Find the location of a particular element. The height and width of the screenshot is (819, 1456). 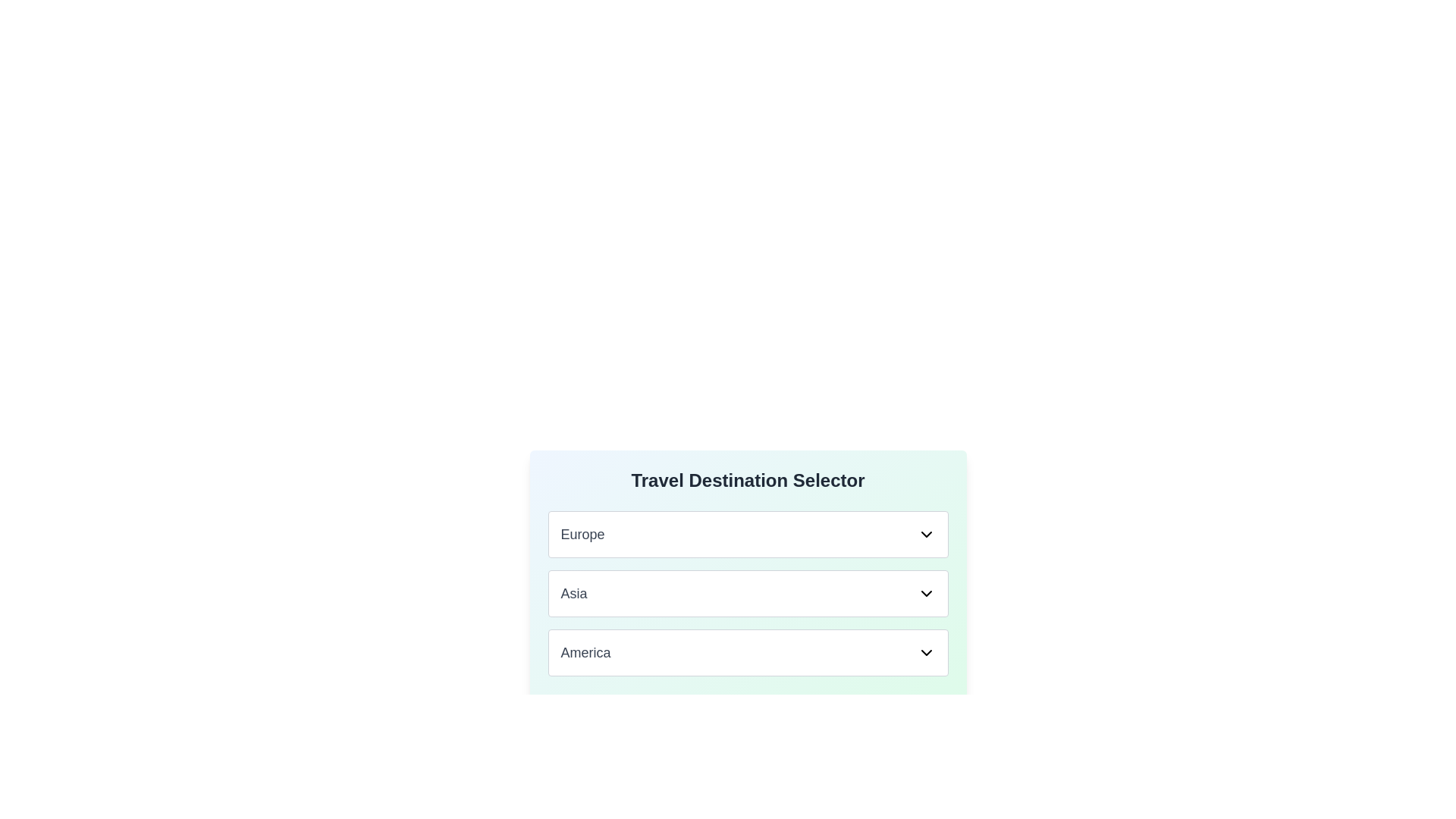

the text label or header that serves as the title for selecting a travel destination, positioned centrally at the top of the card-like section is located at coordinates (748, 480).